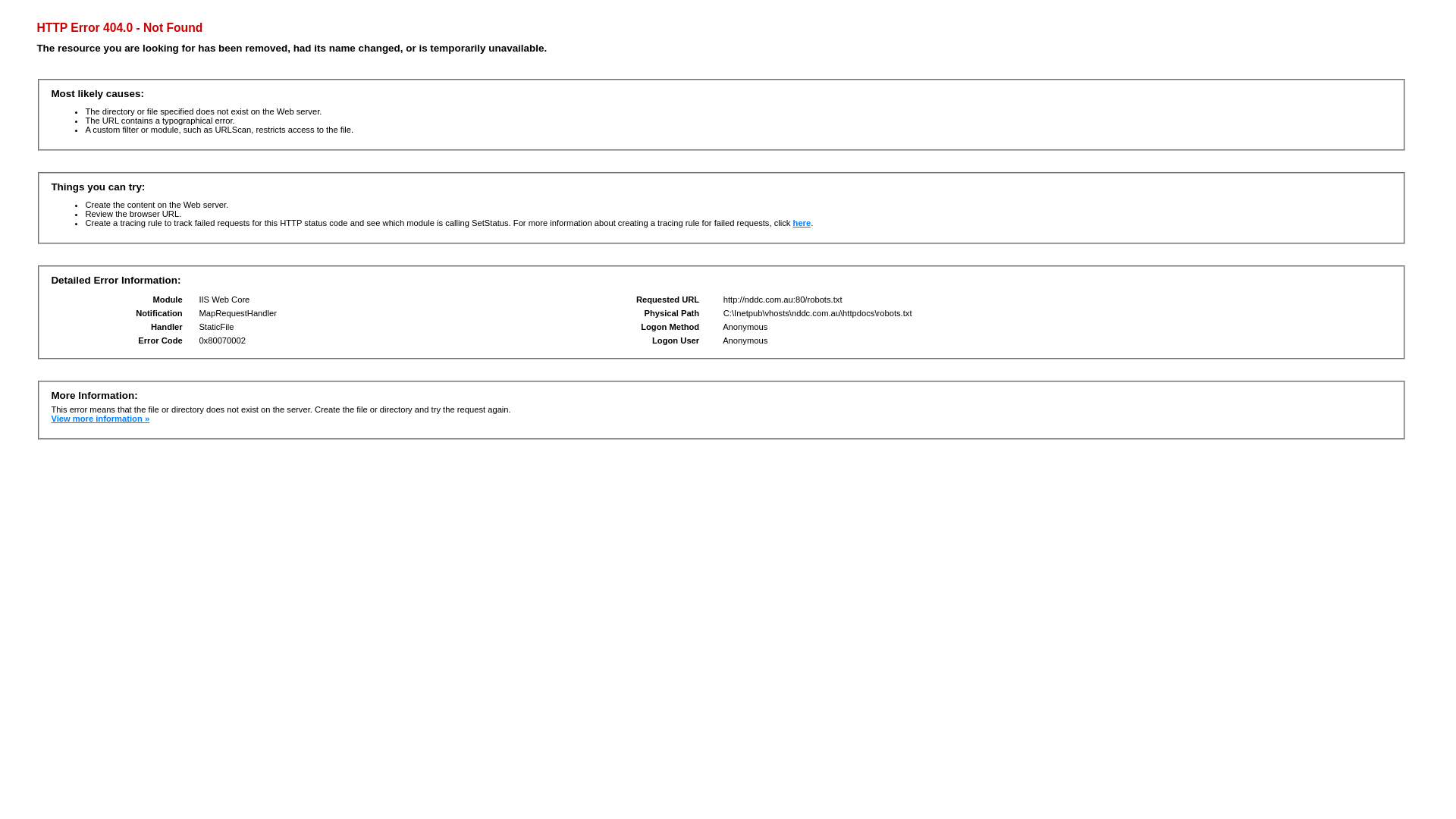 The width and height of the screenshot is (1456, 819). Describe the element at coordinates (792, 222) in the screenshot. I see `'here'` at that location.